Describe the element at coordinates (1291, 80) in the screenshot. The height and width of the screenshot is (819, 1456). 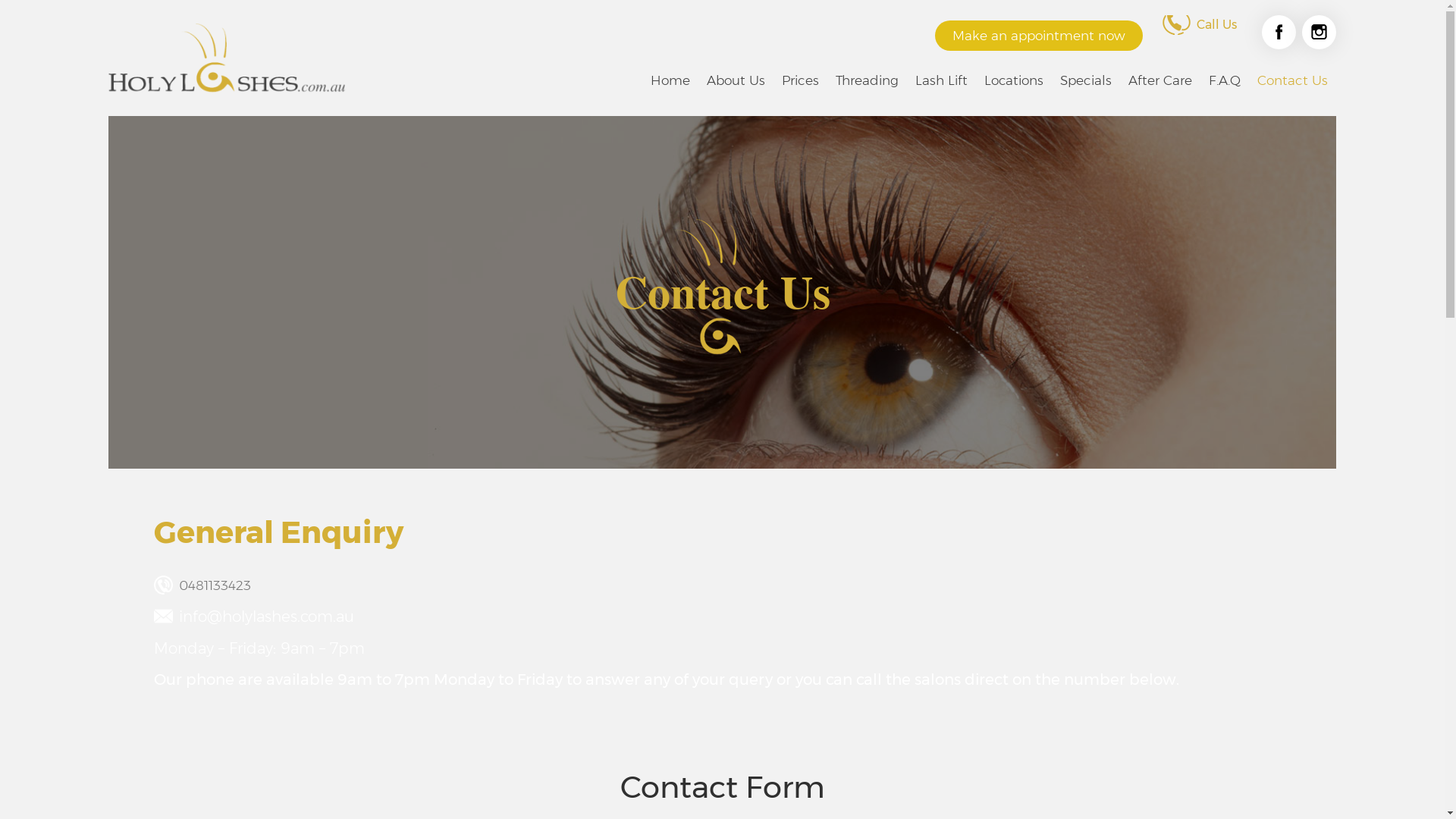
I see `'Contact Us'` at that location.